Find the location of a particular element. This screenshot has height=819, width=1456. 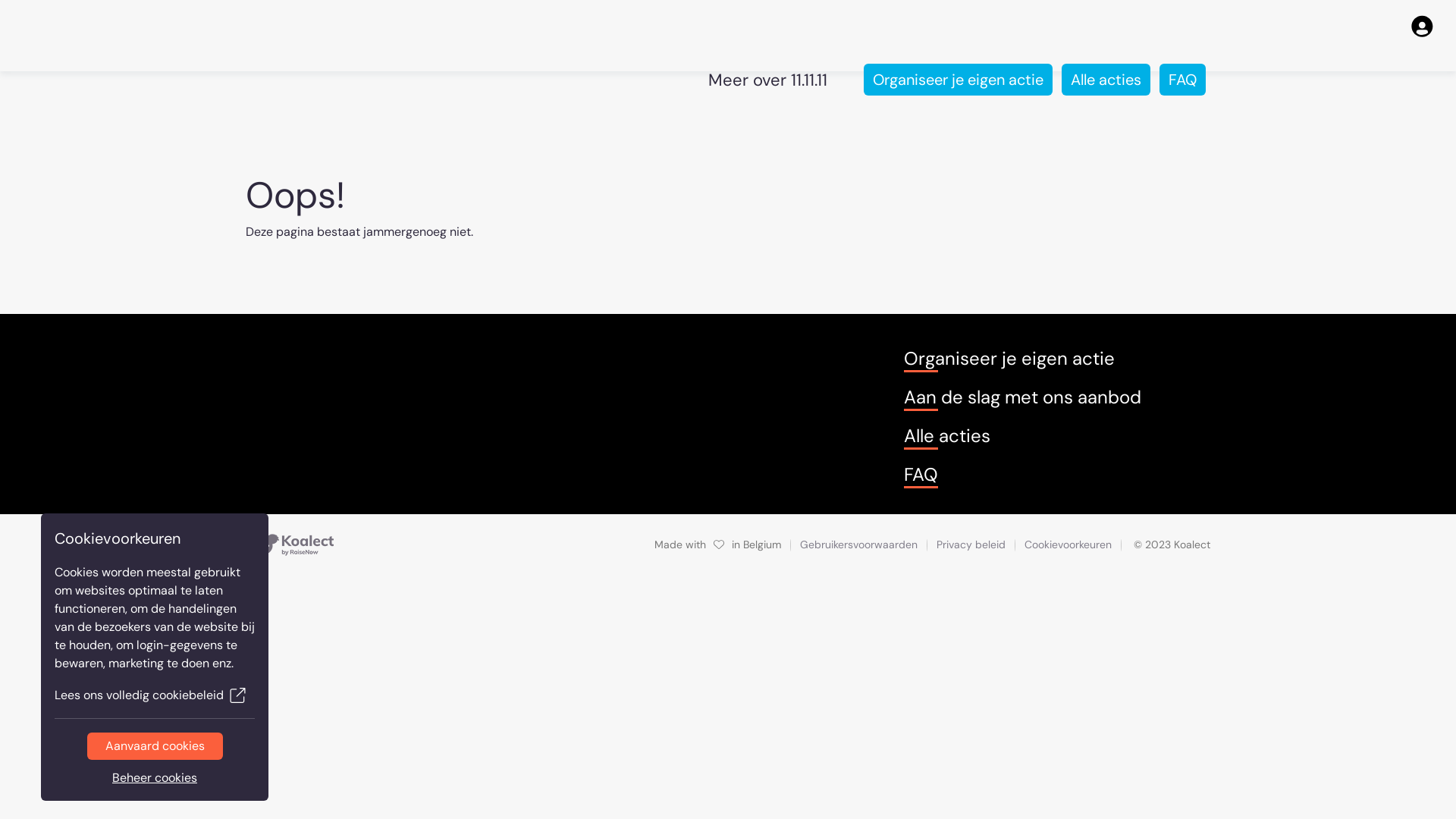

'Meer over 11.11.11' is located at coordinates (767, 79).